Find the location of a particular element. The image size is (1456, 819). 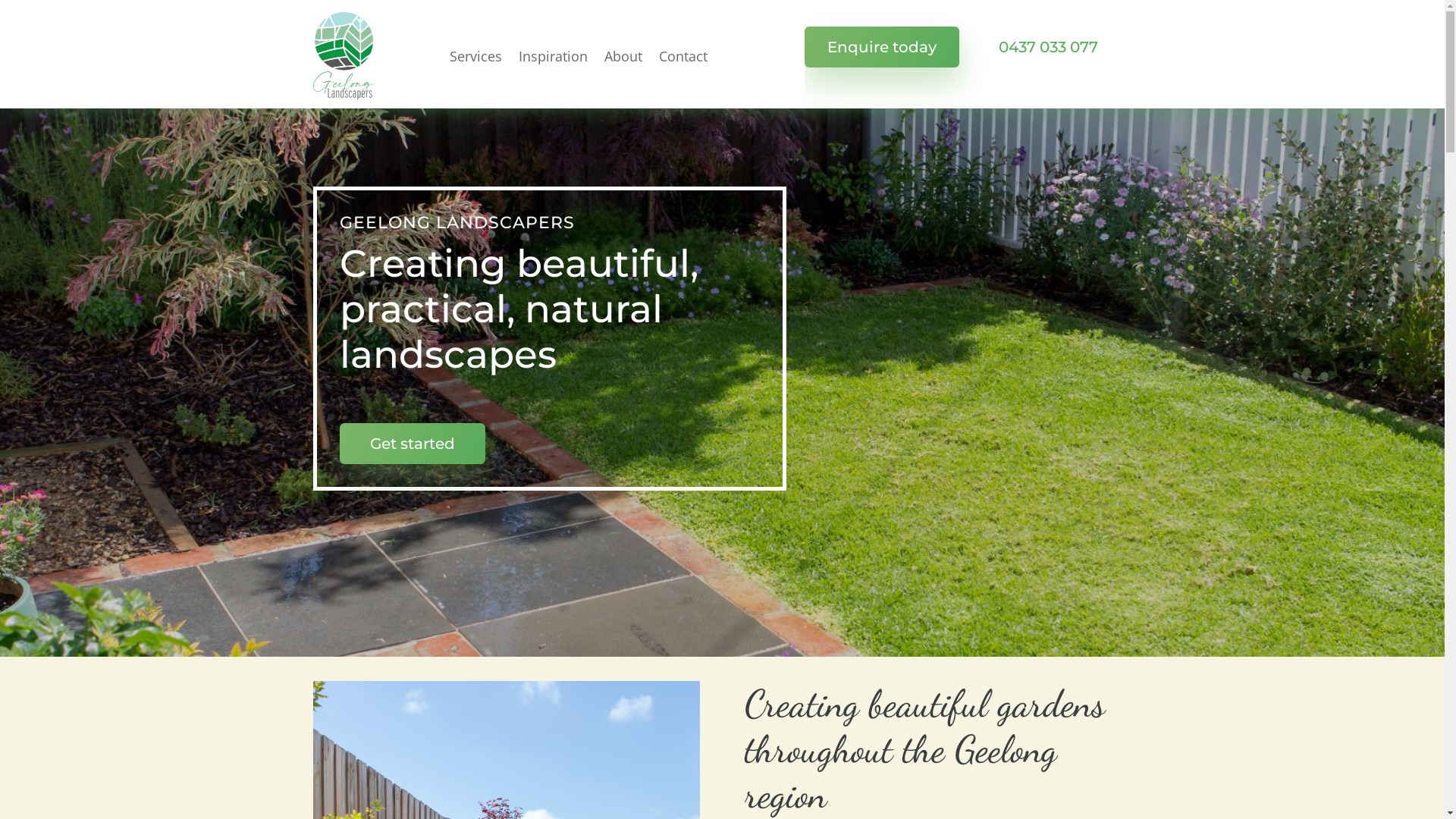

'Services' is located at coordinates (474, 55).